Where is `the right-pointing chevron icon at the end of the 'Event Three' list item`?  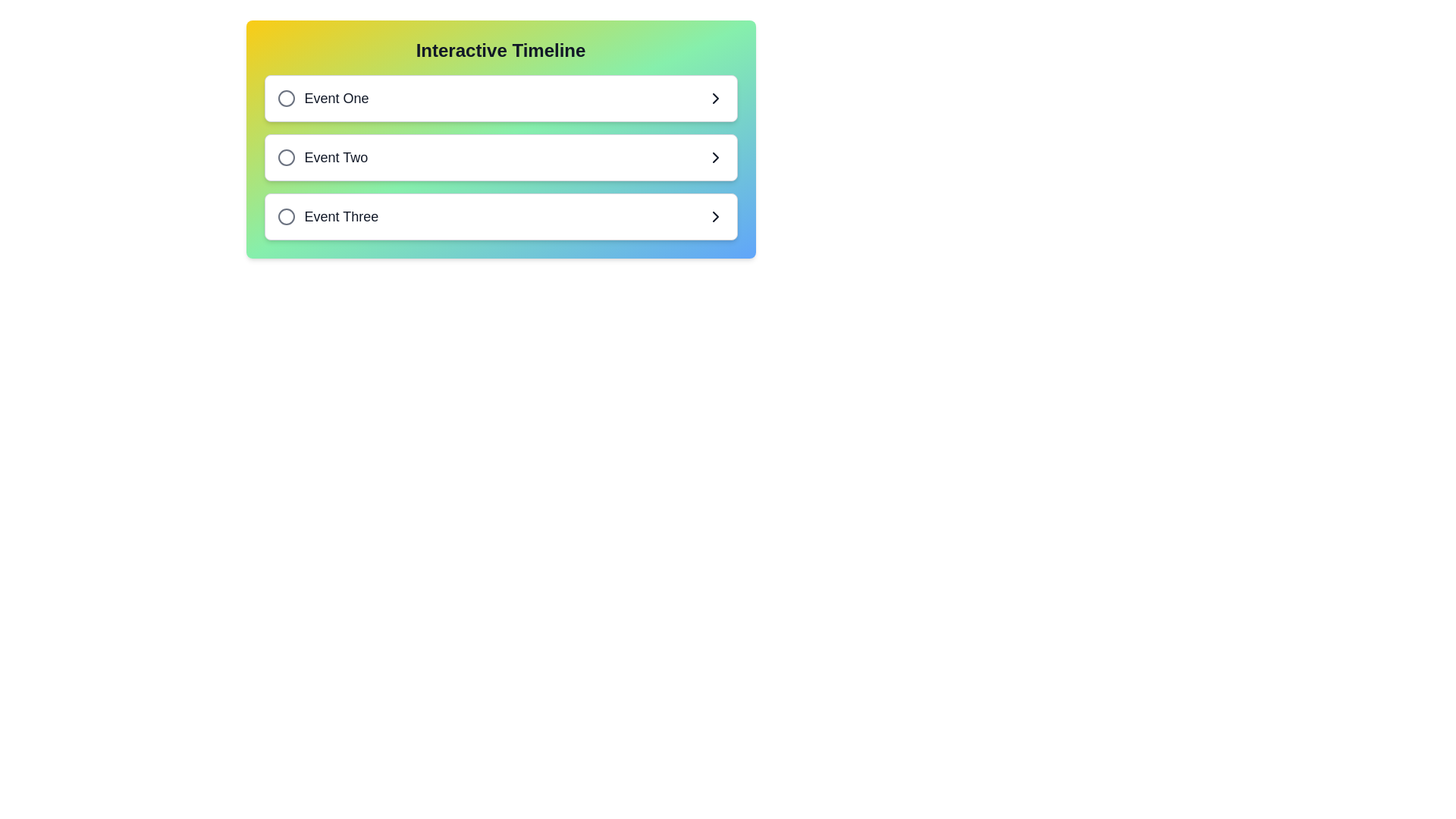
the right-pointing chevron icon at the end of the 'Event Three' list item is located at coordinates (714, 216).